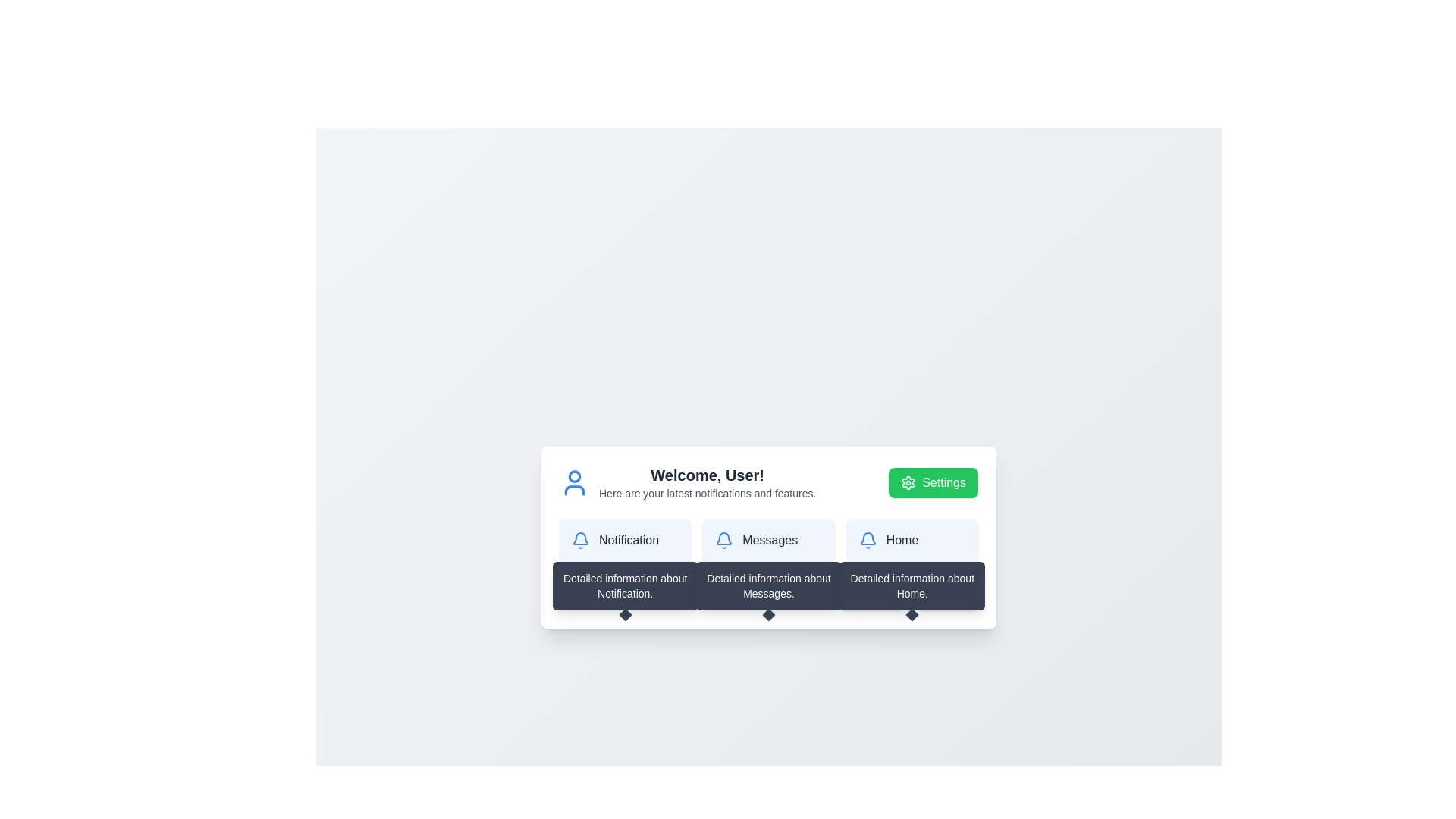  I want to click on the 'Home' text label with an associated blue bell icon in the horizontally-aligned menu, which is the third option following 'Messages', so click(912, 540).